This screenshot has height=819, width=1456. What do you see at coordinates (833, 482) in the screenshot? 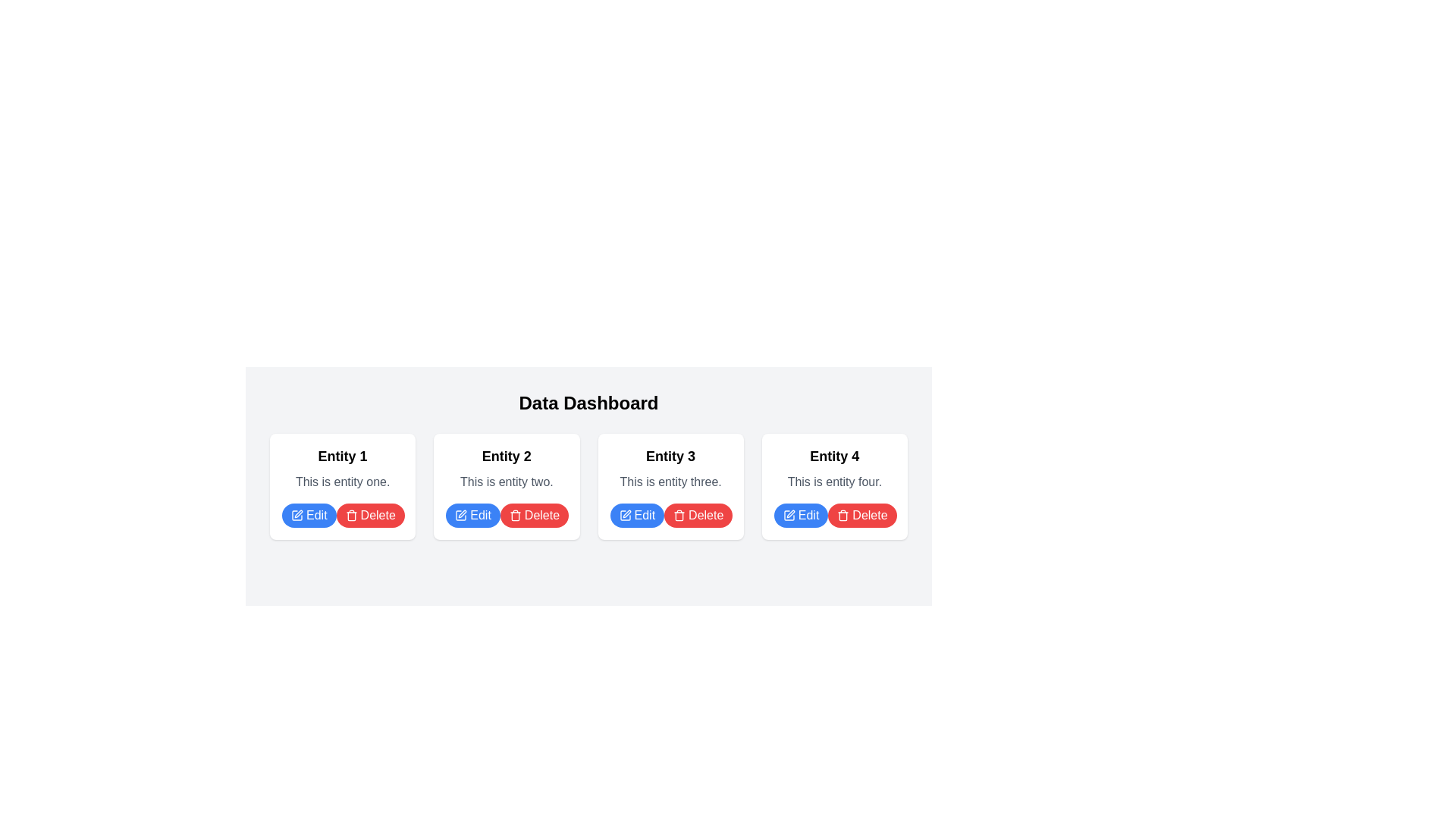
I see `the text label reading 'This is entity four.' located below the heading 'Entity 4' within the card layout` at bounding box center [833, 482].